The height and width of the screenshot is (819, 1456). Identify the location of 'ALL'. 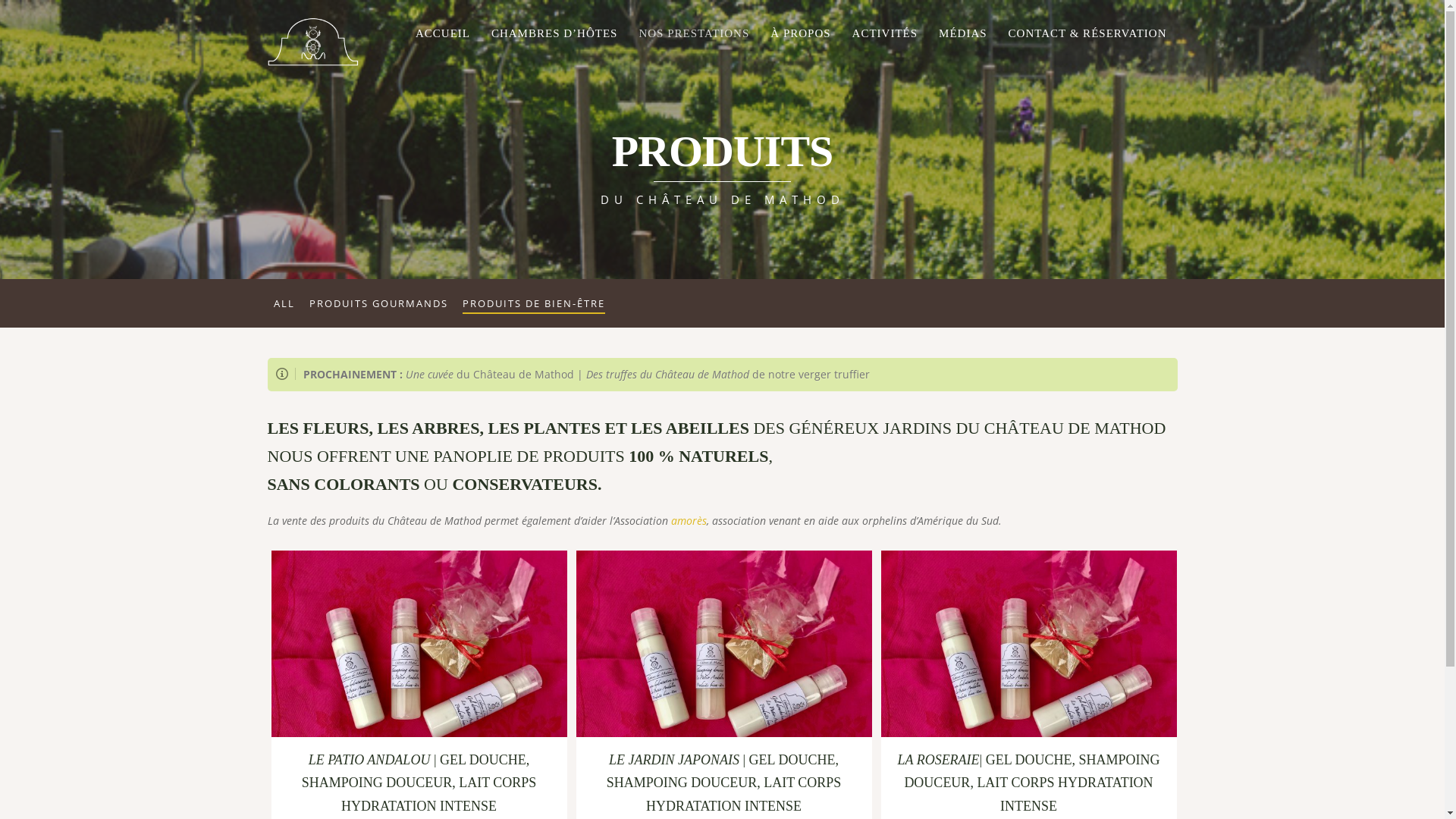
(284, 303).